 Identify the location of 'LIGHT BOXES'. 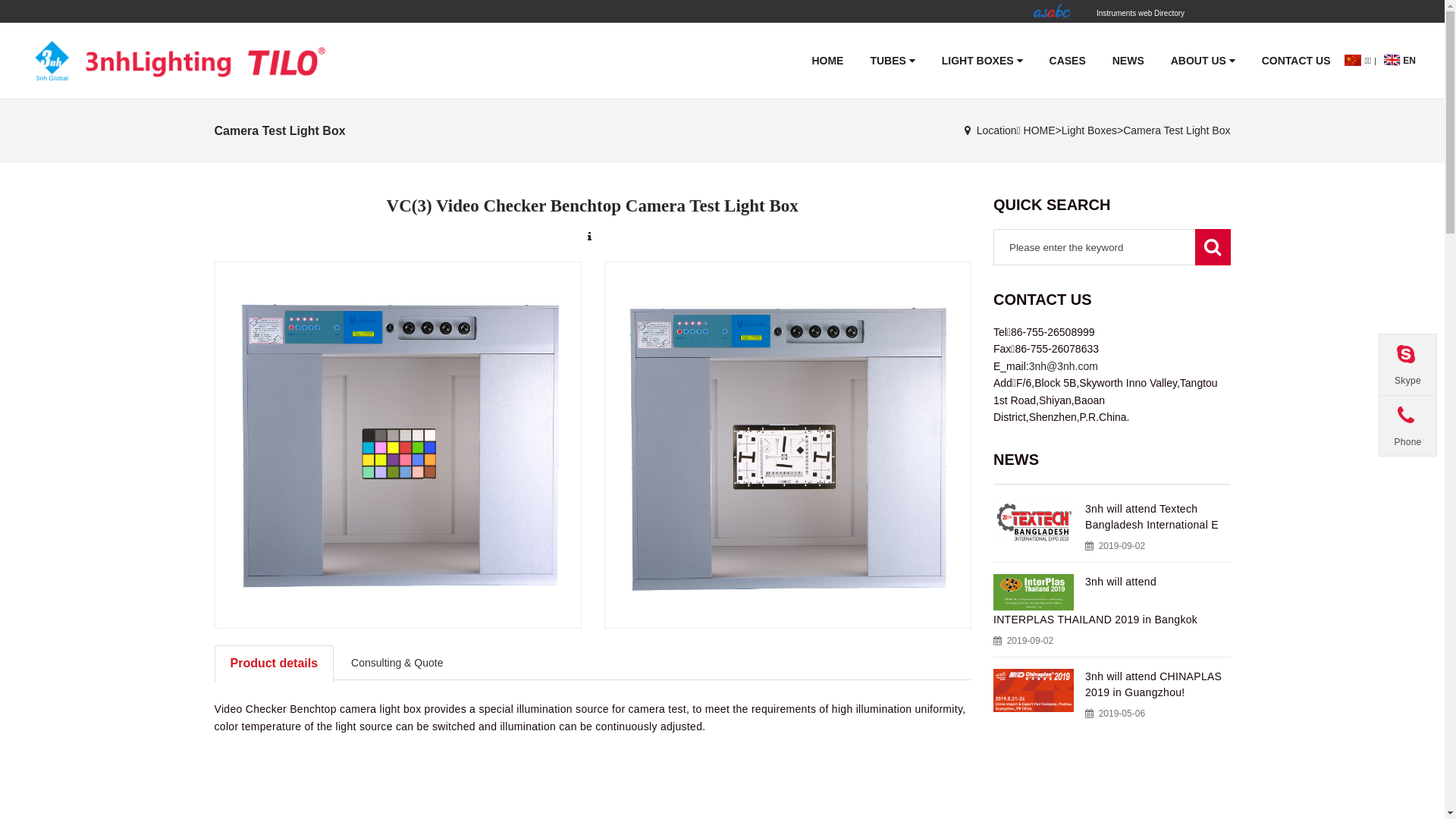
(982, 60).